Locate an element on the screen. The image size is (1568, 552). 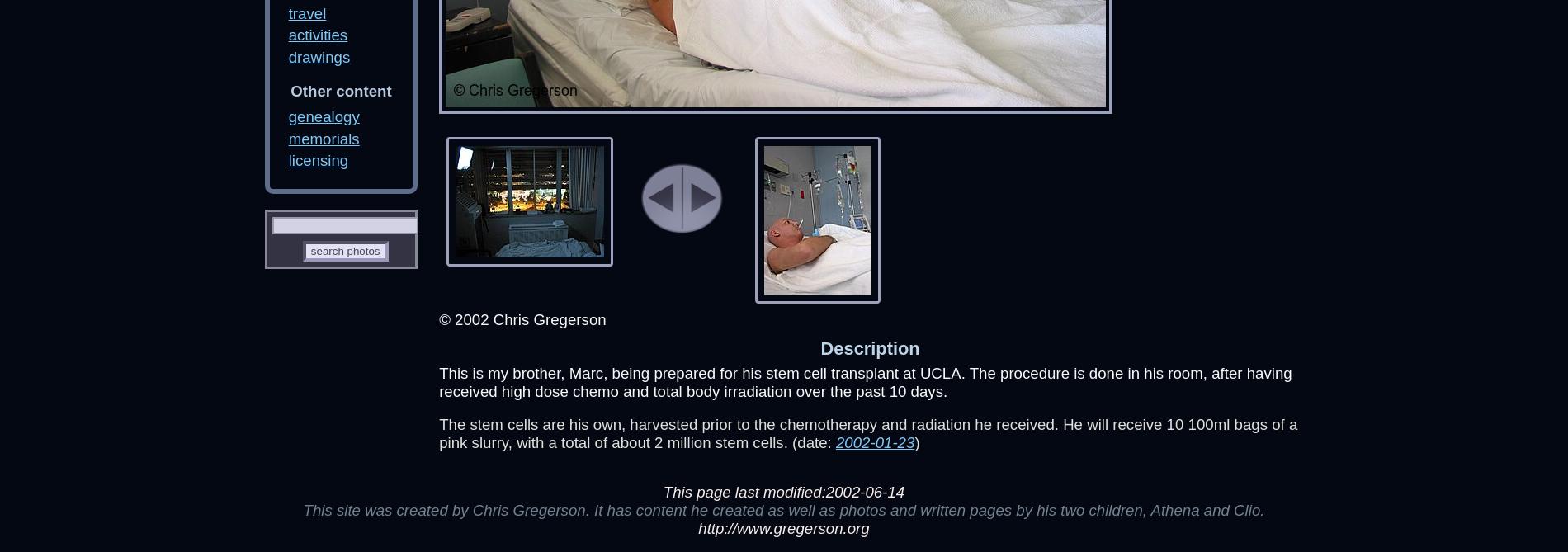
'Other content' is located at coordinates (340, 90).